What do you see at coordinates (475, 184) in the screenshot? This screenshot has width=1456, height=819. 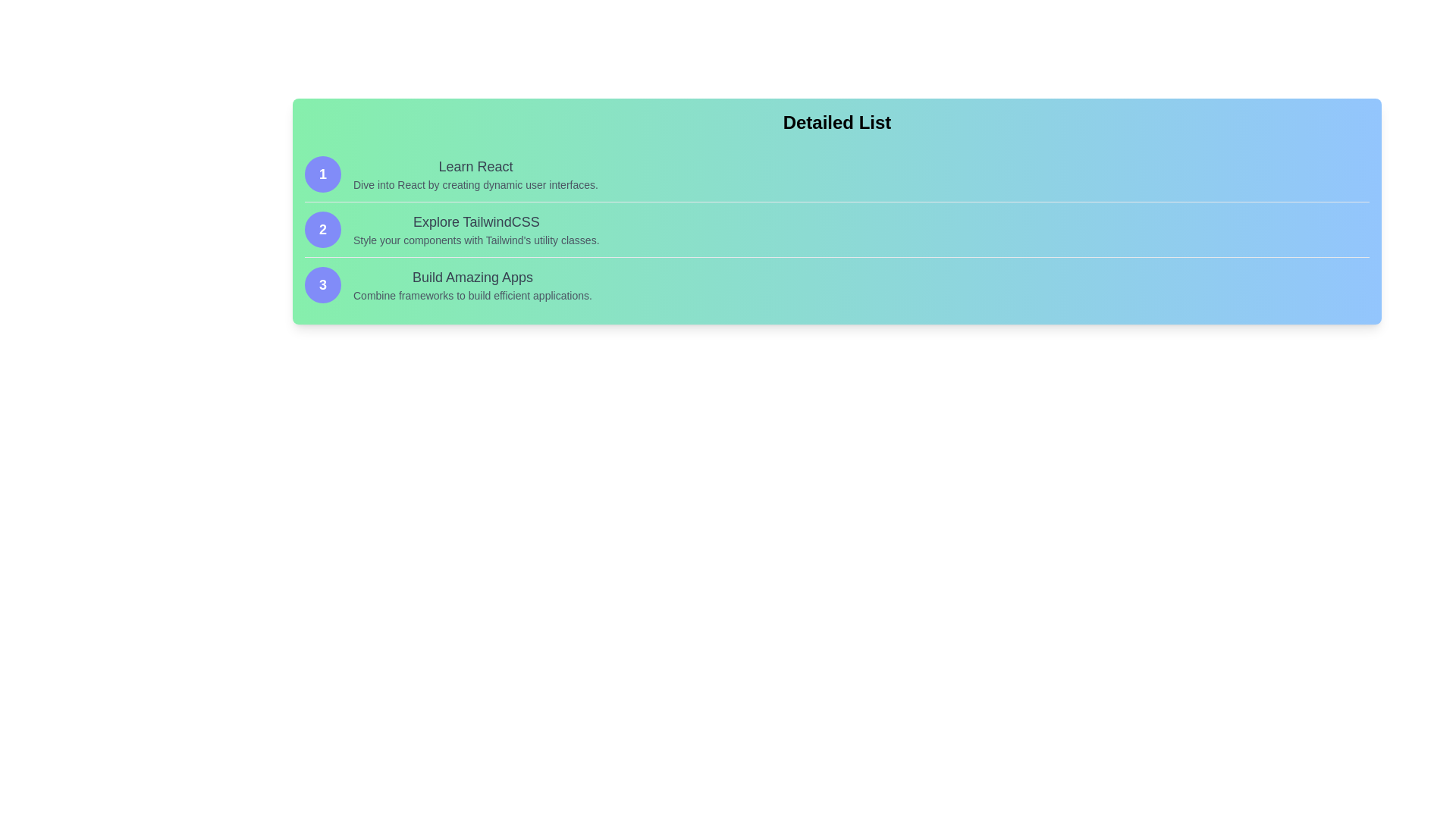 I see `the text label that provides supplementary details about the main heading 'Learn React', which is centrally positioned below the main title within the first section of the list` at bounding box center [475, 184].